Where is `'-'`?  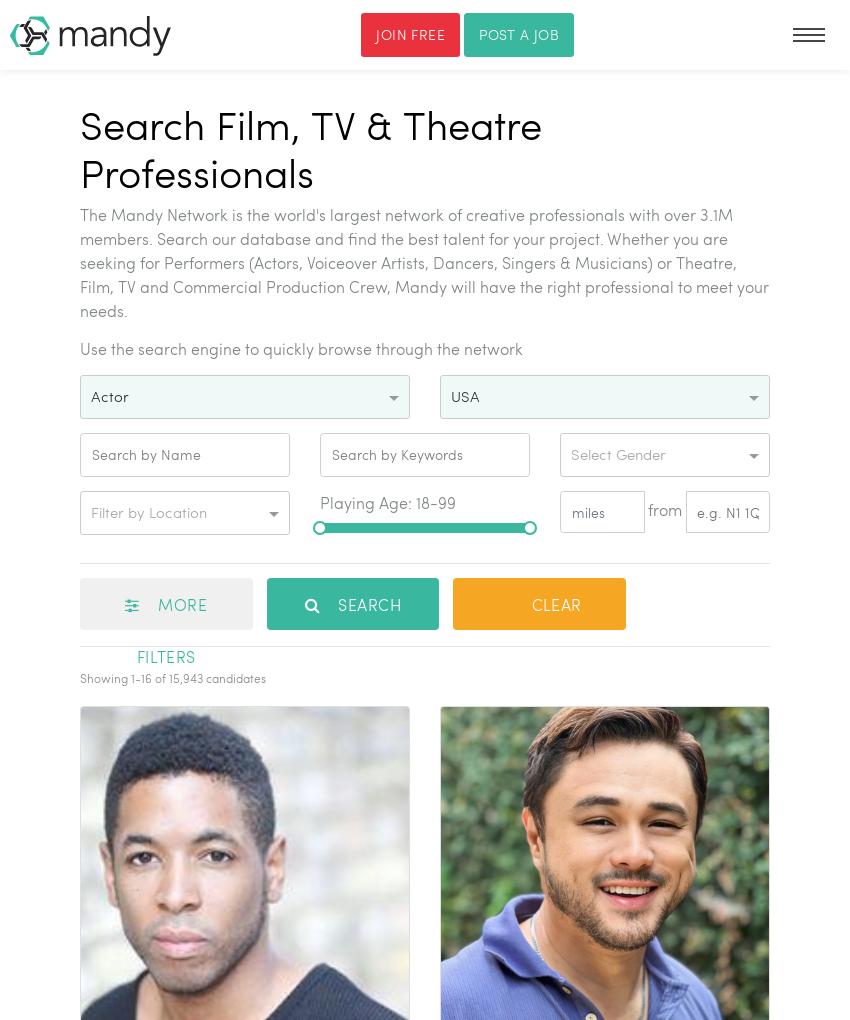 '-' is located at coordinates (138, 676).